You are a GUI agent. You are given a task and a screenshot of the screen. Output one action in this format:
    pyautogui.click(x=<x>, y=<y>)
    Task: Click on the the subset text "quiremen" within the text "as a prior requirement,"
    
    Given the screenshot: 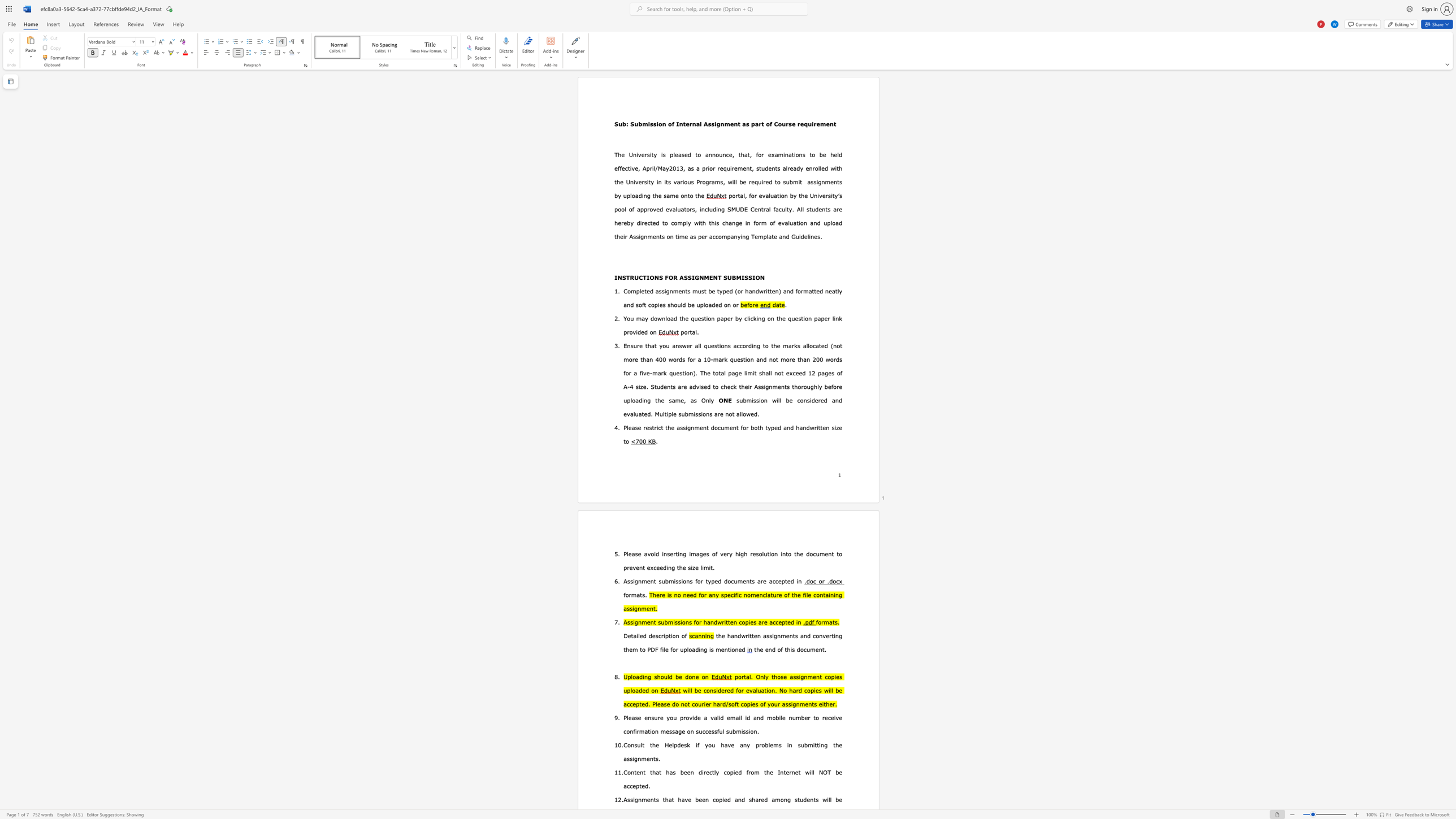 What is the action you would take?
    pyautogui.click(x=723, y=168)
    